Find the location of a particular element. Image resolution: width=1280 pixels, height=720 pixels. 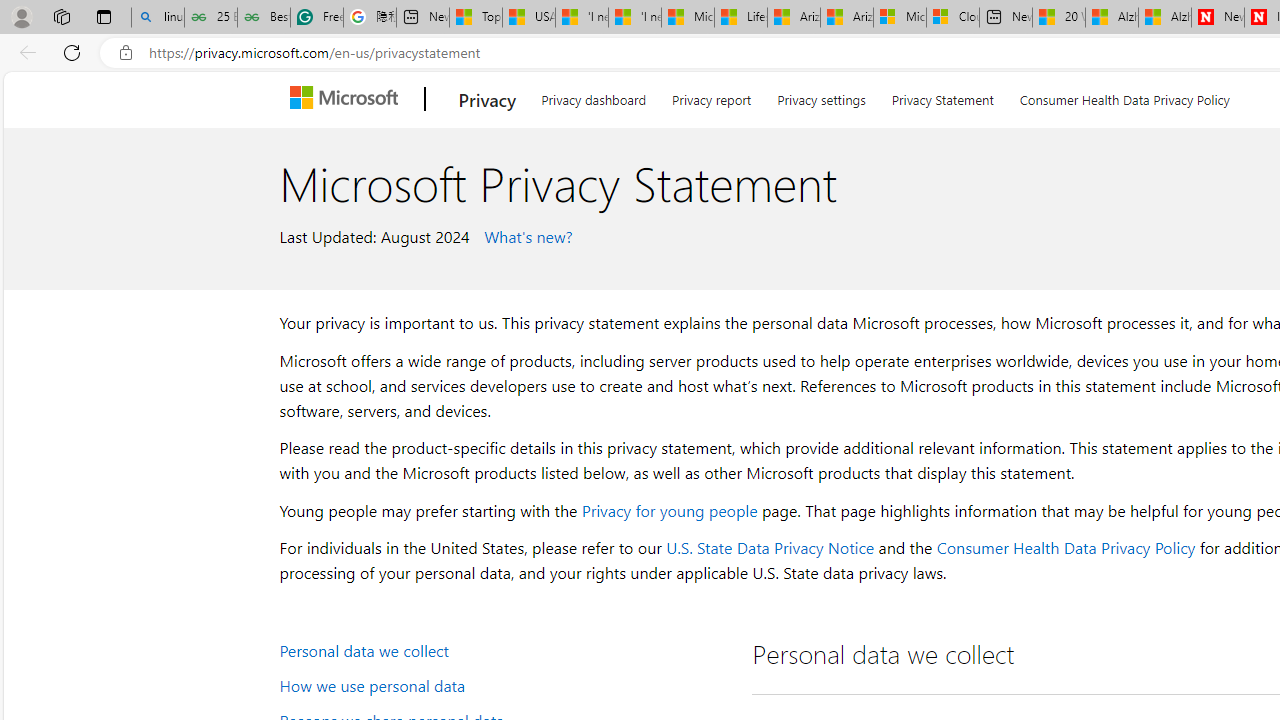

'Top Stories - MSN' is located at coordinates (475, 17).